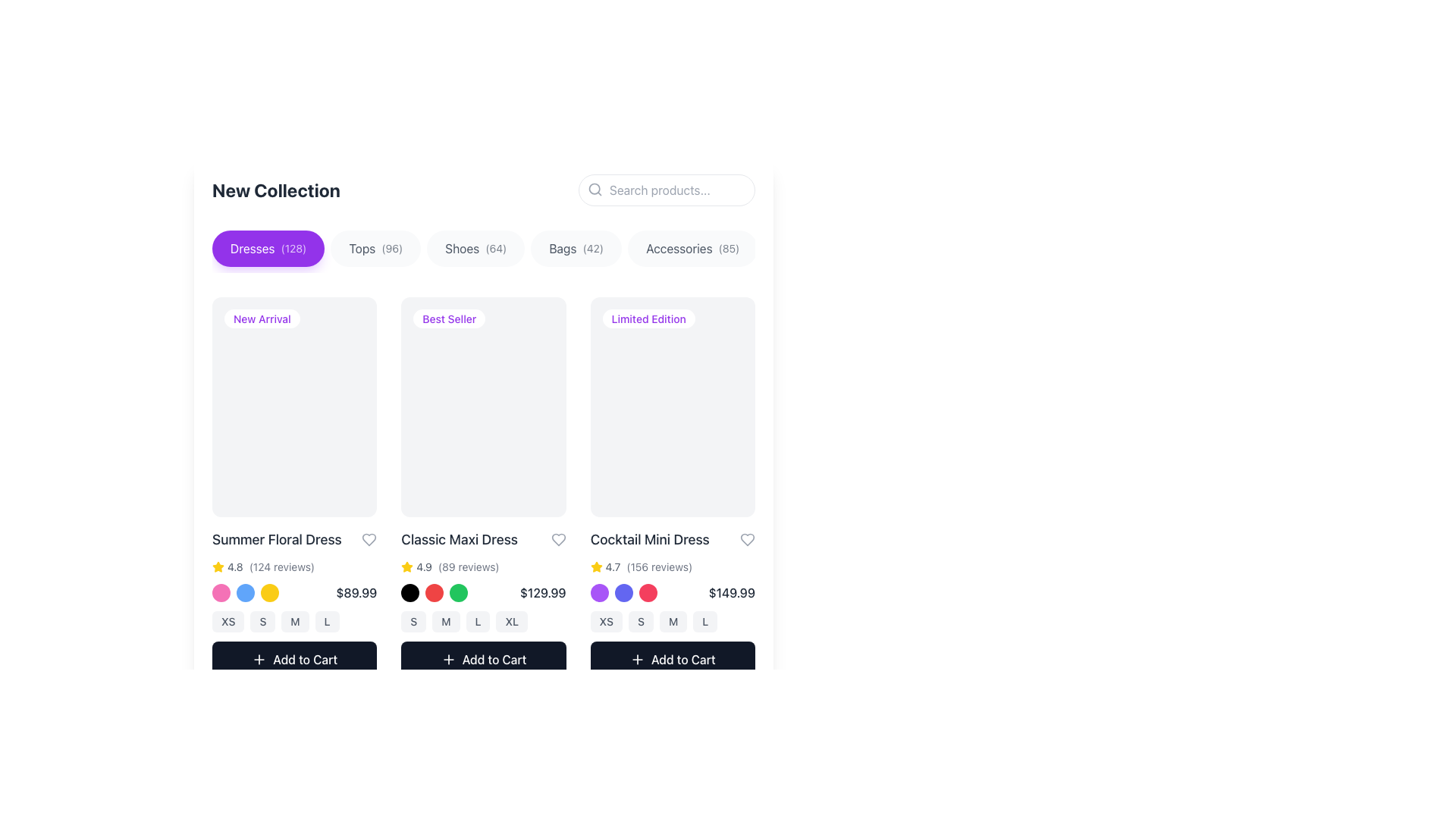 This screenshot has height=819, width=1456. What do you see at coordinates (234, 566) in the screenshot?
I see `the numerical text label displaying '4.8' which is part of the rating display for the 'Summer Floral Dress' product` at bounding box center [234, 566].